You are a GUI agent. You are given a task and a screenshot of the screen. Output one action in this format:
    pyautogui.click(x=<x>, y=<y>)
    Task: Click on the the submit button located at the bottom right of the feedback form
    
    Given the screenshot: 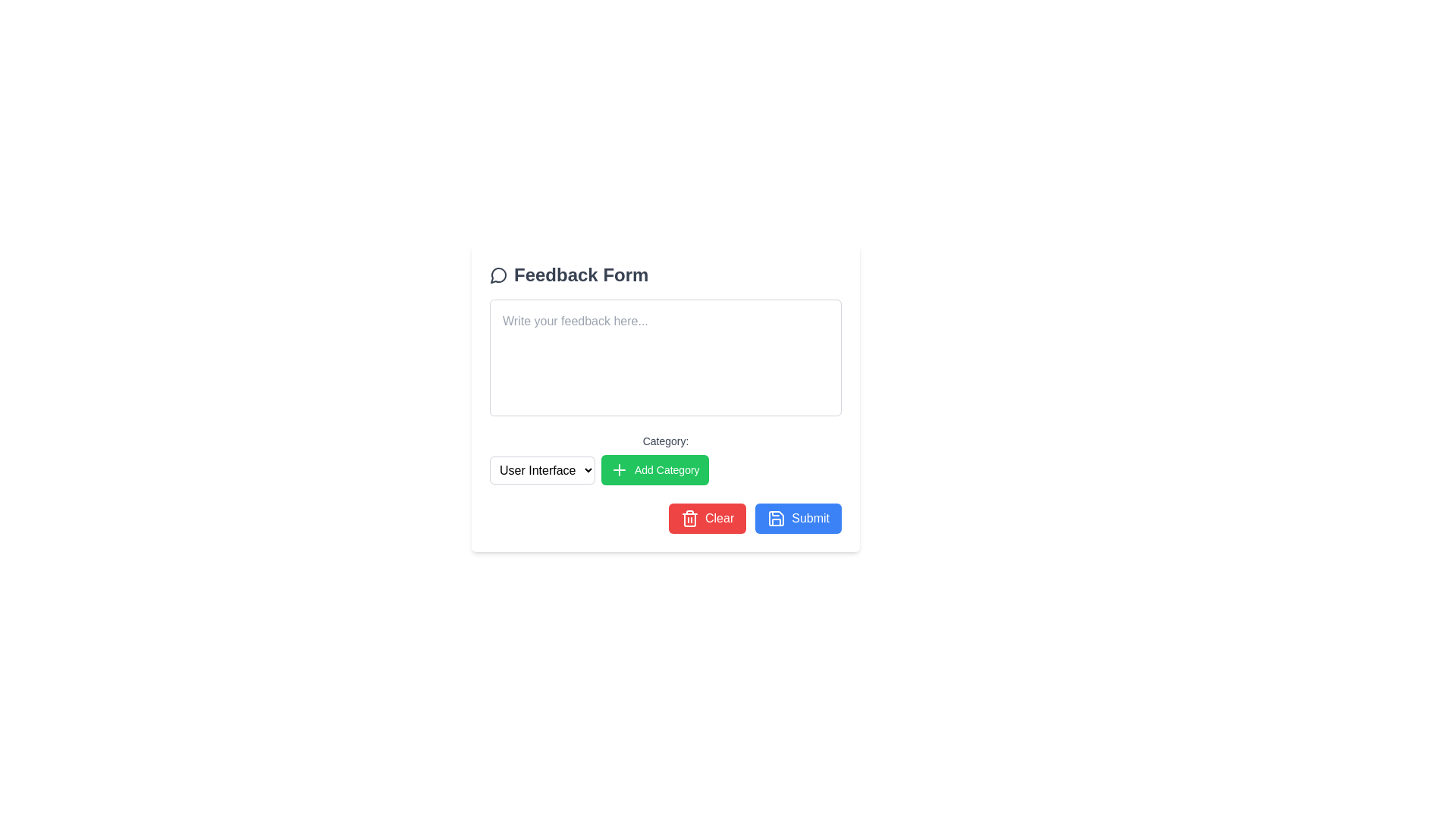 What is the action you would take?
    pyautogui.click(x=798, y=517)
    